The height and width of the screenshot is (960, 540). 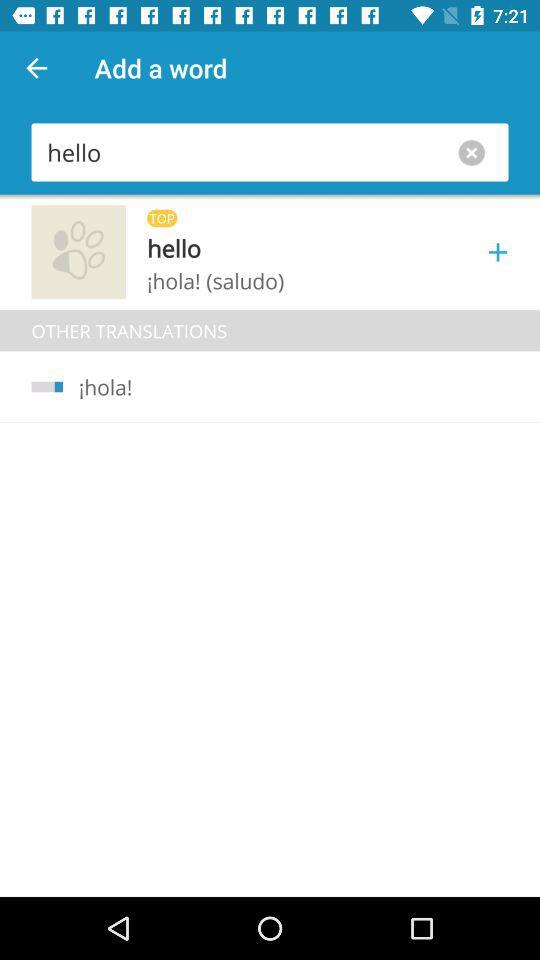 What do you see at coordinates (36, 68) in the screenshot?
I see `the item above the hello icon` at bounding box center [36, 68].